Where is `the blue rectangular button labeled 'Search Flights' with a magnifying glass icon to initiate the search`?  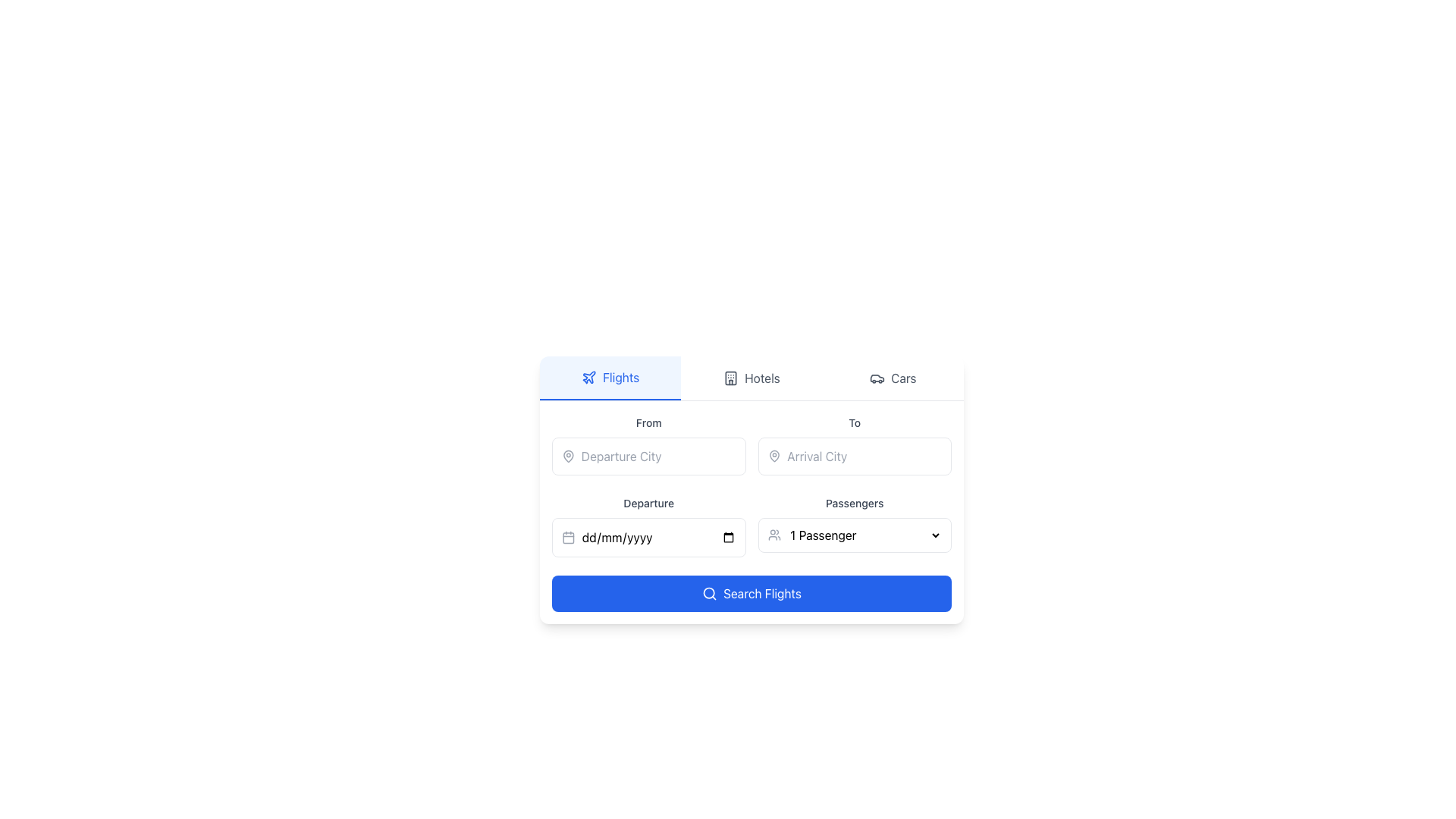 the blue rectangular button labeled 'Search Flights' with a magnifying glass icon to initiate the search is located at coordinates (752, 593).